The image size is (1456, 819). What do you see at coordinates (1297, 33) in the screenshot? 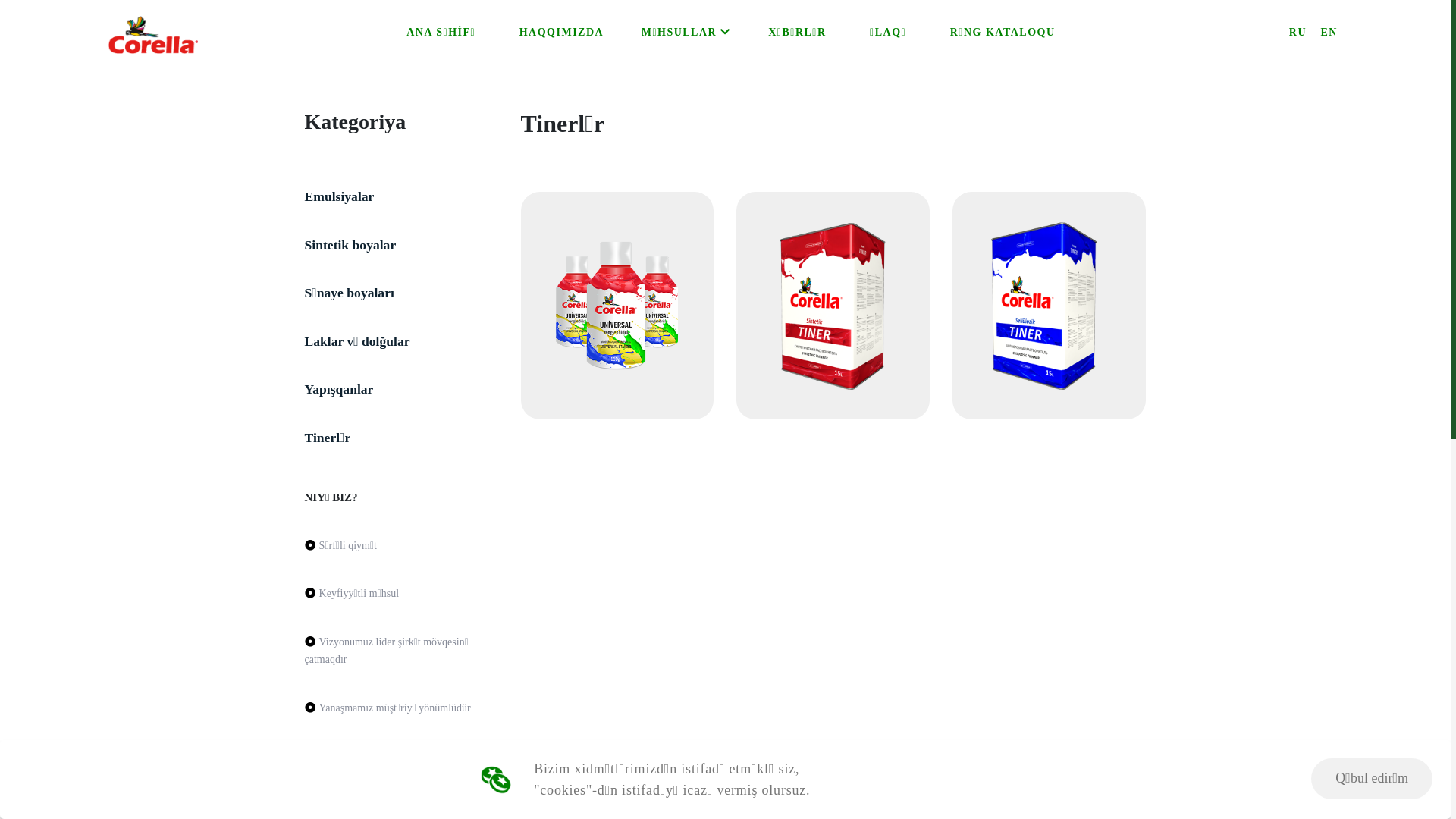
I see `'RU'` at bounding box center [1297, 33].